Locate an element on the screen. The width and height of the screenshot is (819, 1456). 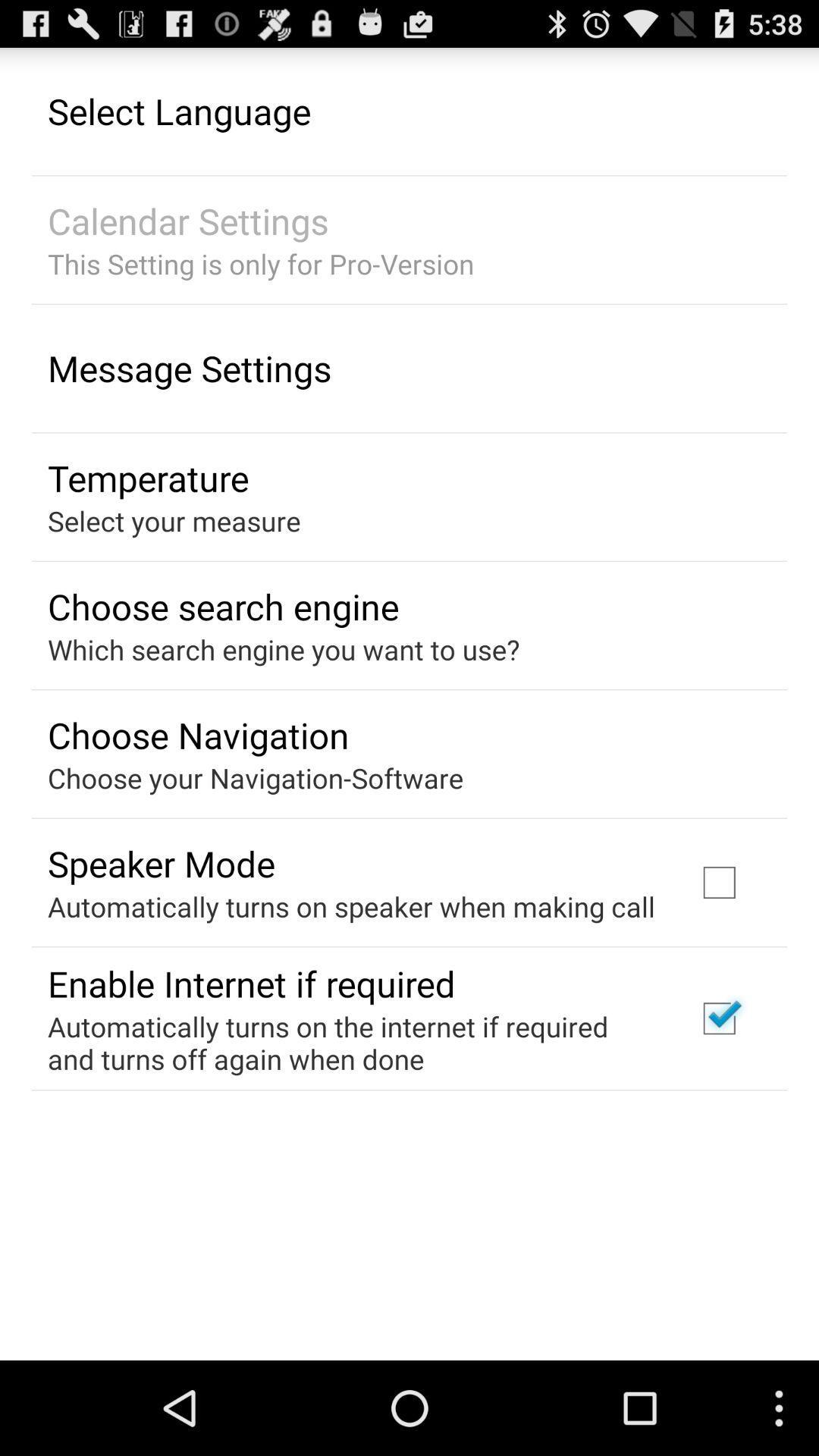
the item above the select your measure app is located at coordinates (148, 477).